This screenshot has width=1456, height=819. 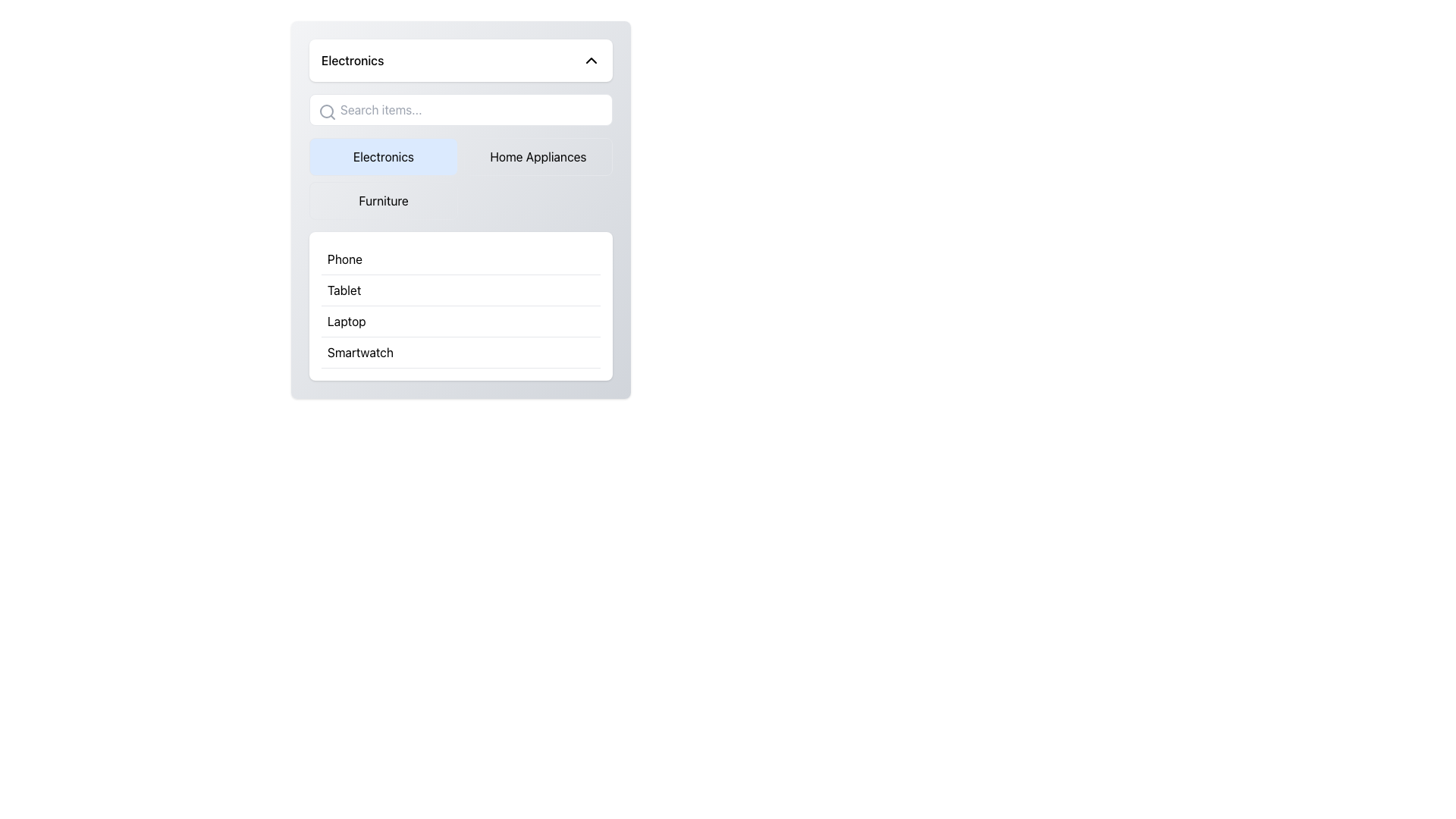 What do you see at coordinates (460, 321) in the screenshot?
I see `the selectable list item labeled 'Laptop' in the Electronics section, which is the third item in the vertical list` at bounding box center [460, 321].